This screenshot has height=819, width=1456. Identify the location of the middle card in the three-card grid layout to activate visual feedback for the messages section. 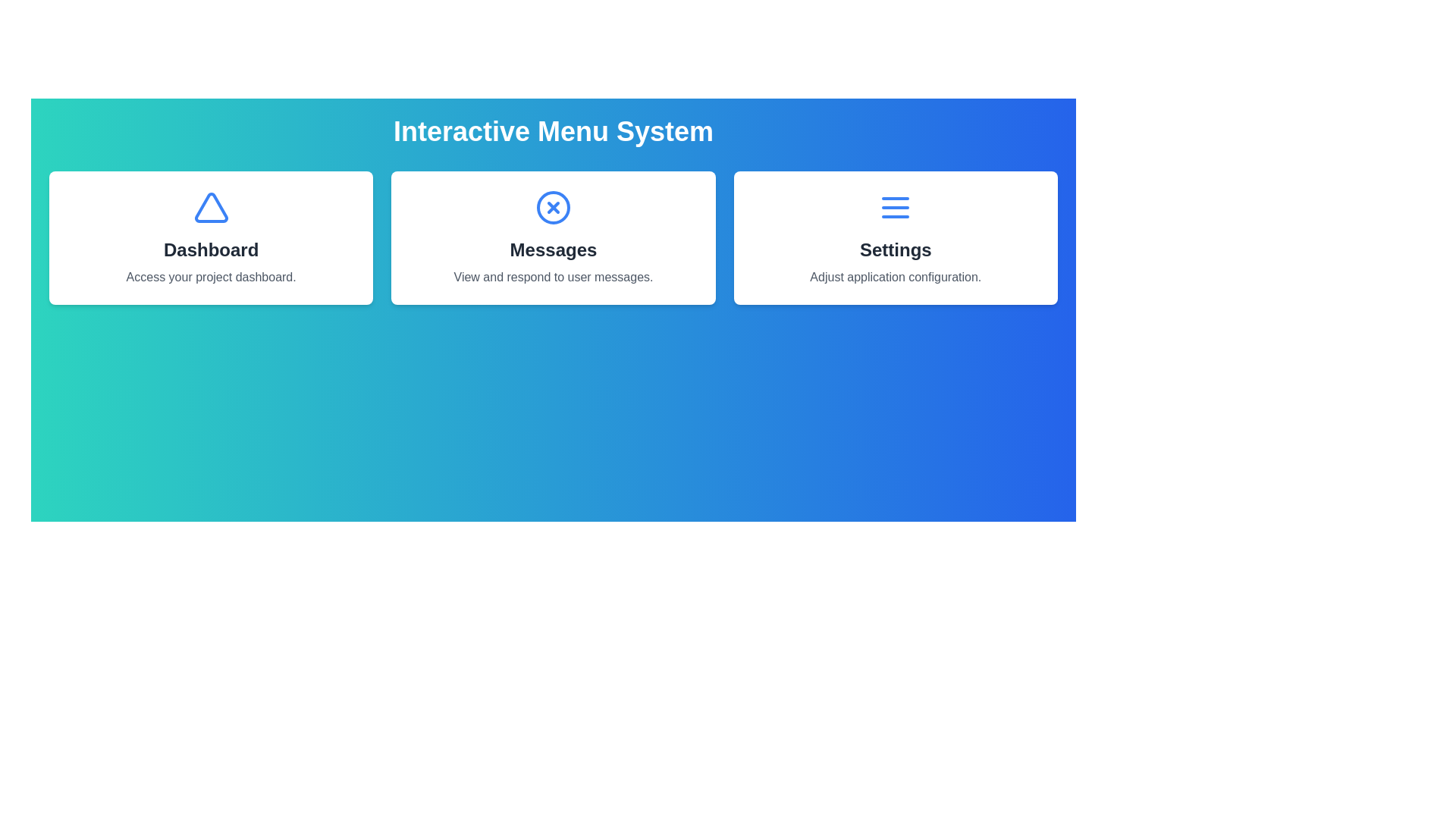
(552, 237).